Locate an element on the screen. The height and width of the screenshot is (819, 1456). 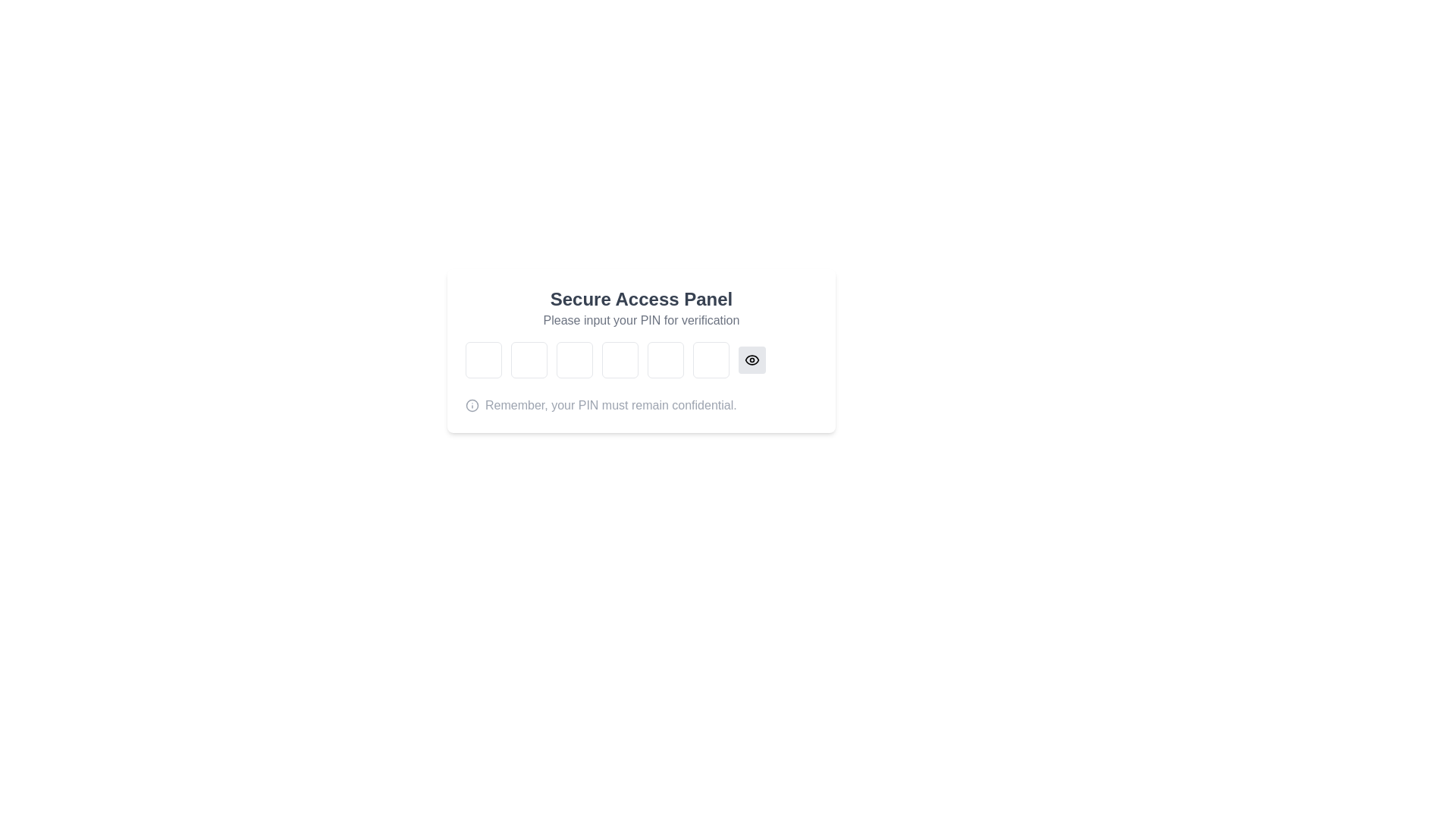
the informational label displaying the message 'Remember, your PIN must remain confidential.' which is accompanied by an info icon on its left is located at coordinates (641, 405).